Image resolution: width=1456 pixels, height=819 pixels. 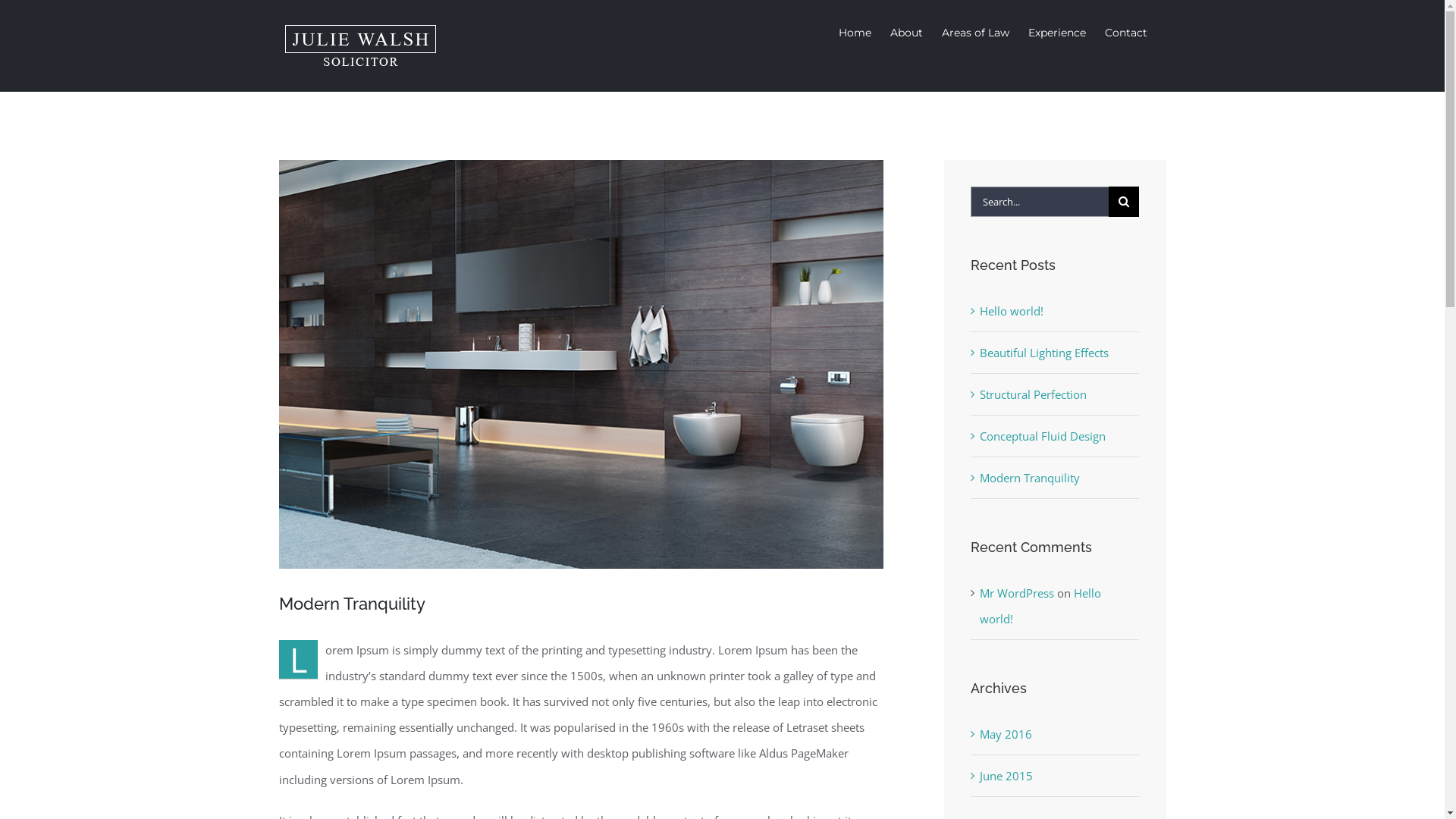 What do you see at coordinates (906, 32) in the screenshot?
I see `'About'` at bounding box center [906, 32].